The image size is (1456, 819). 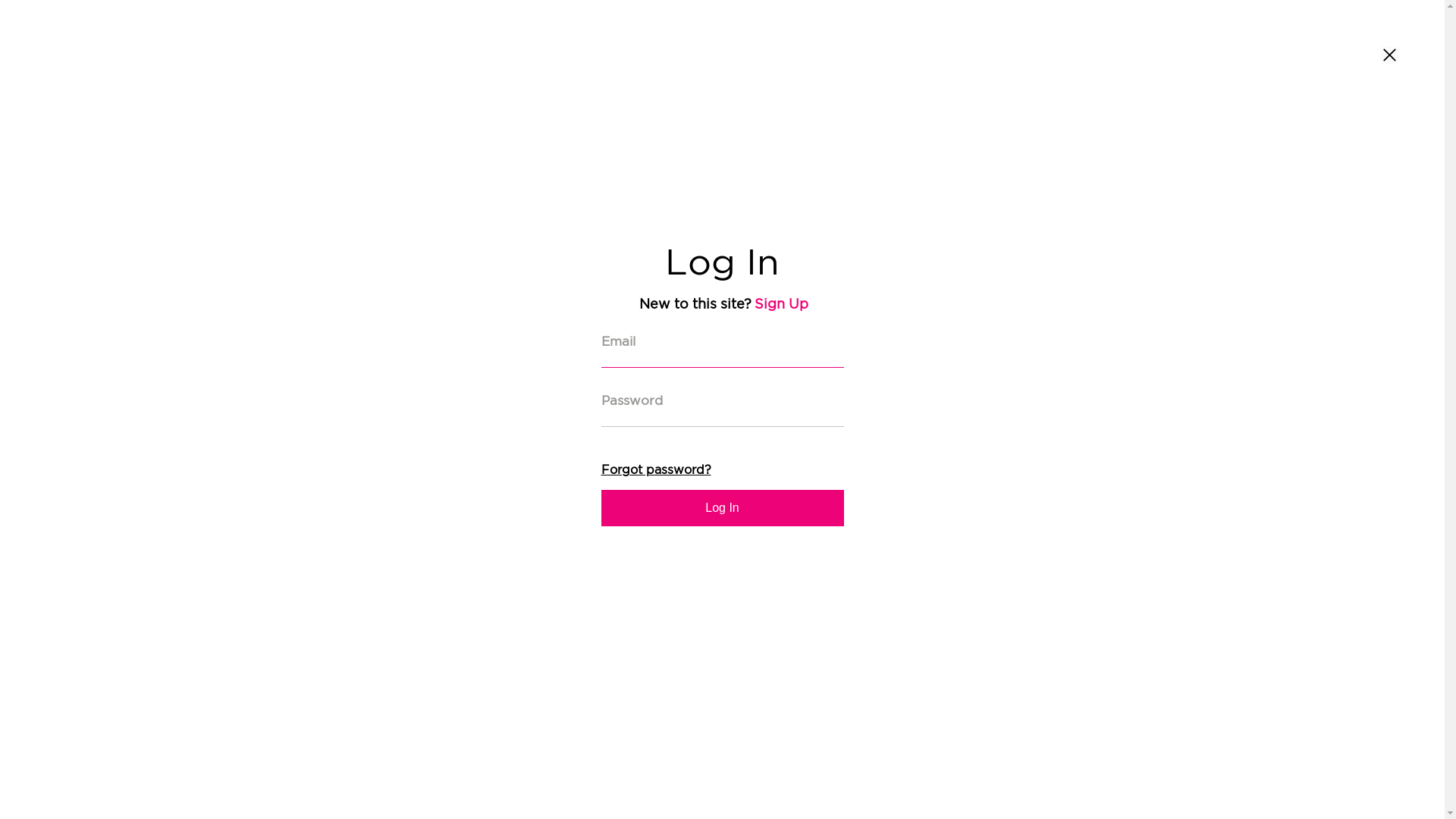 I want to click on 'Log In', so click(x=720, y=508).